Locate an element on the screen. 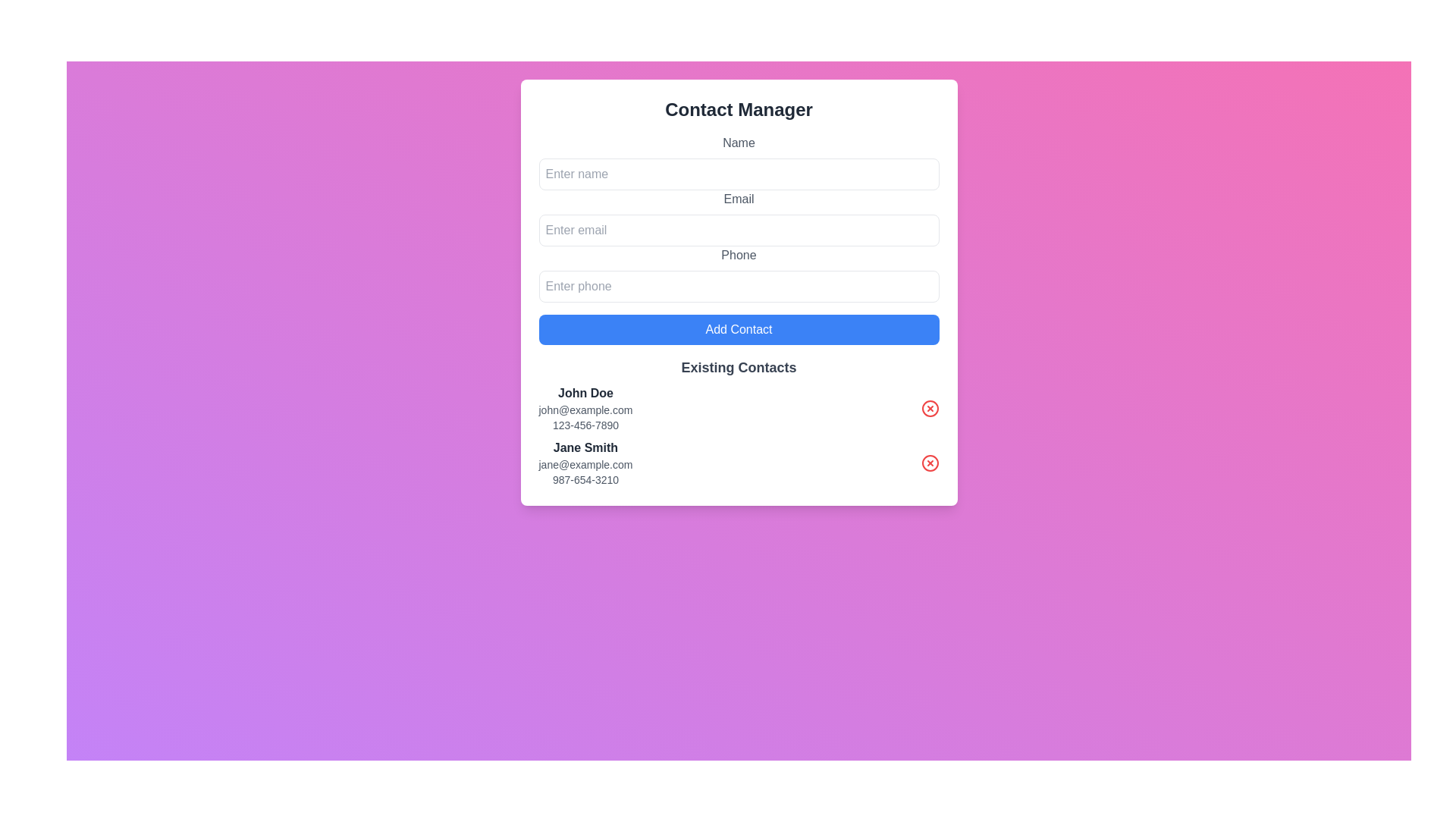  the 'Phone' input field is located at coordinates (739, 275).